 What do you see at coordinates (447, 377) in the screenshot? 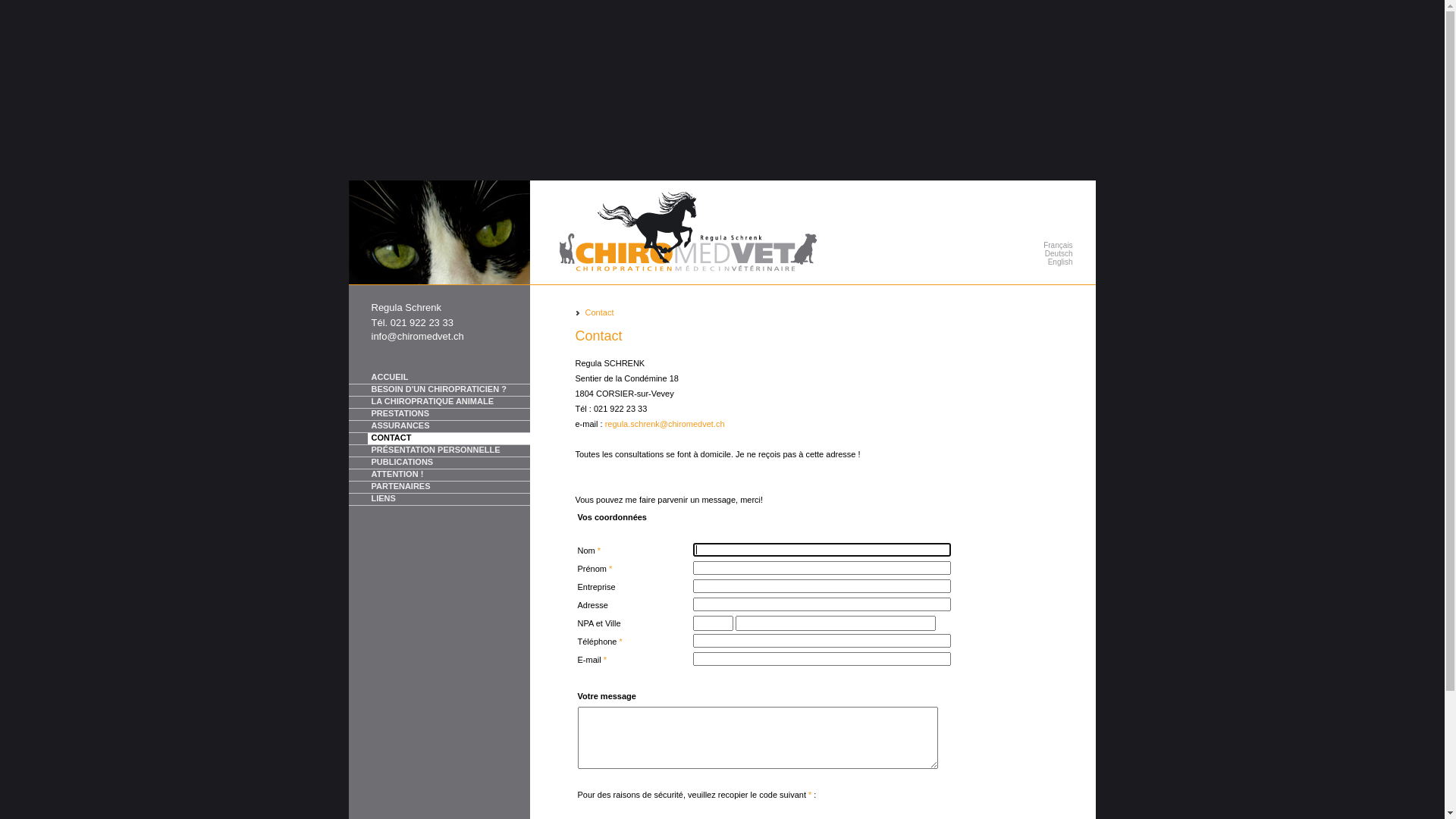
I see `'ACCUEIL'` at bounding box center [447, 377].